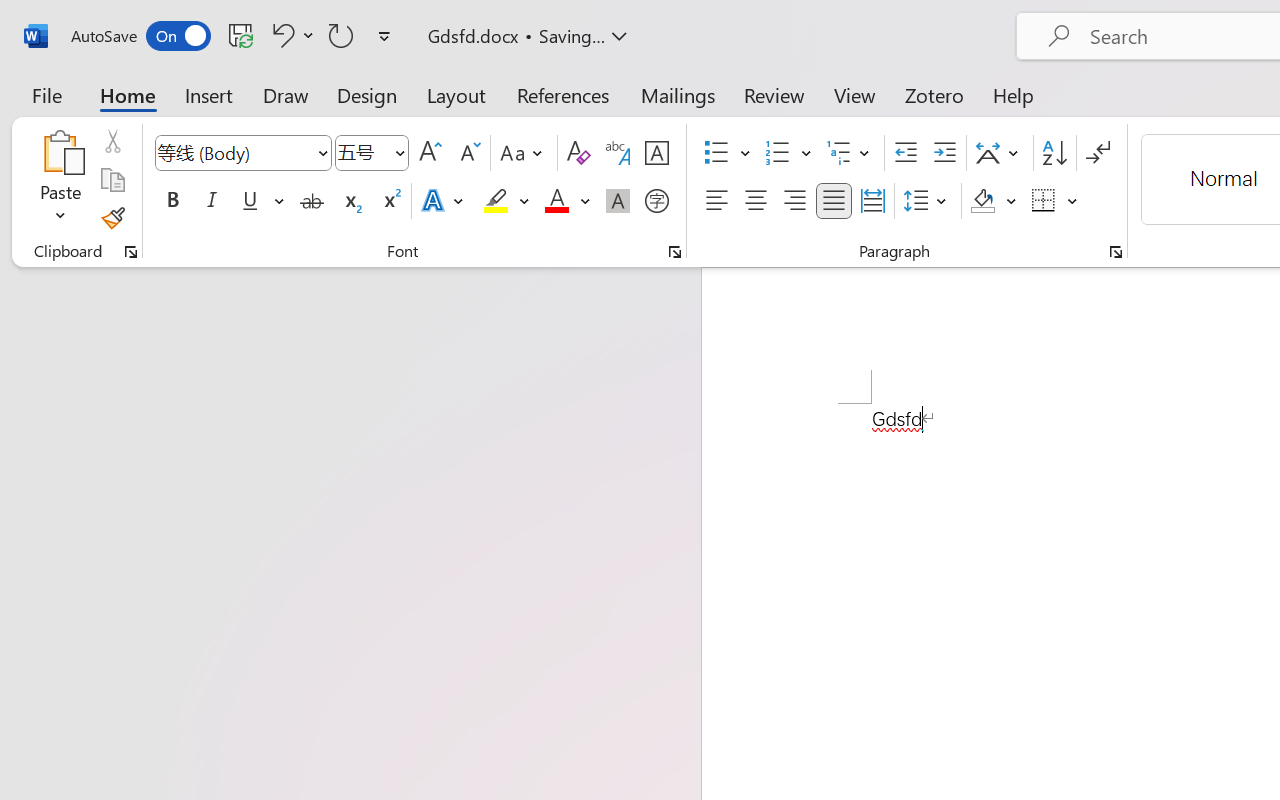 This screenshot has height=800, width=1280. I want to click on 'Shading', so click(993, 201).